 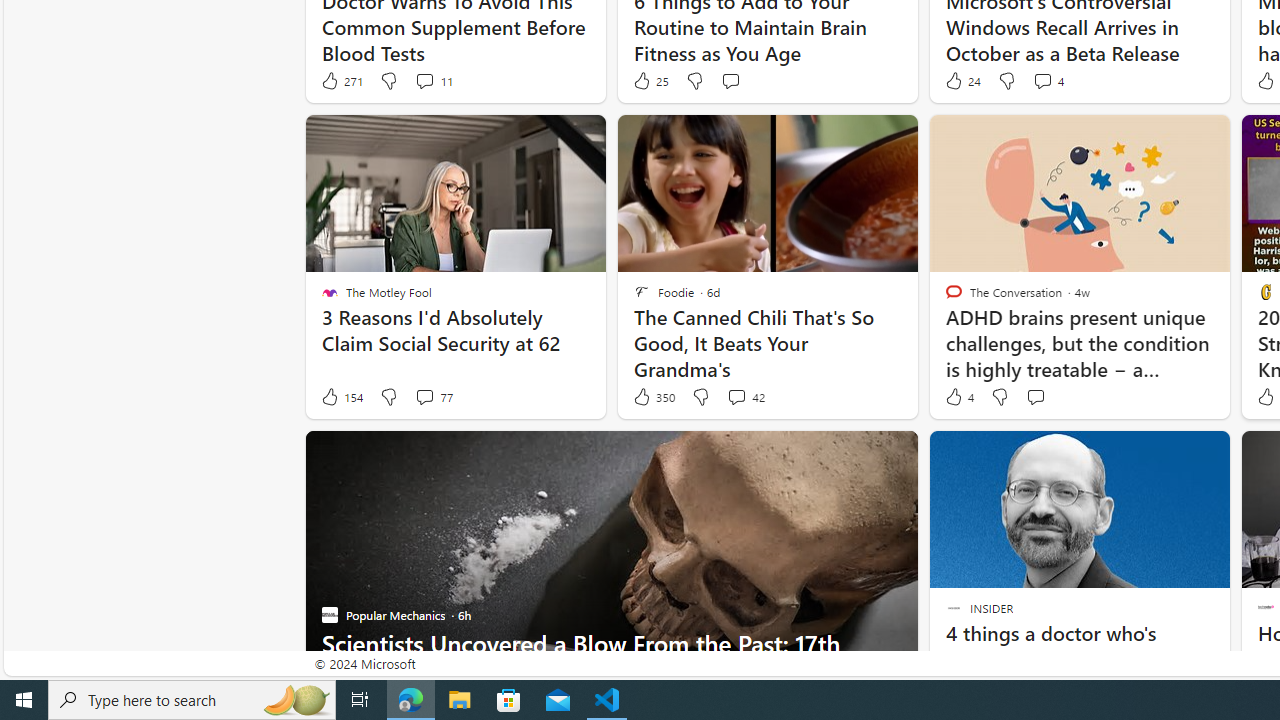 I want to click on 'View comments 11 Comment', so click(x=432, y=80).